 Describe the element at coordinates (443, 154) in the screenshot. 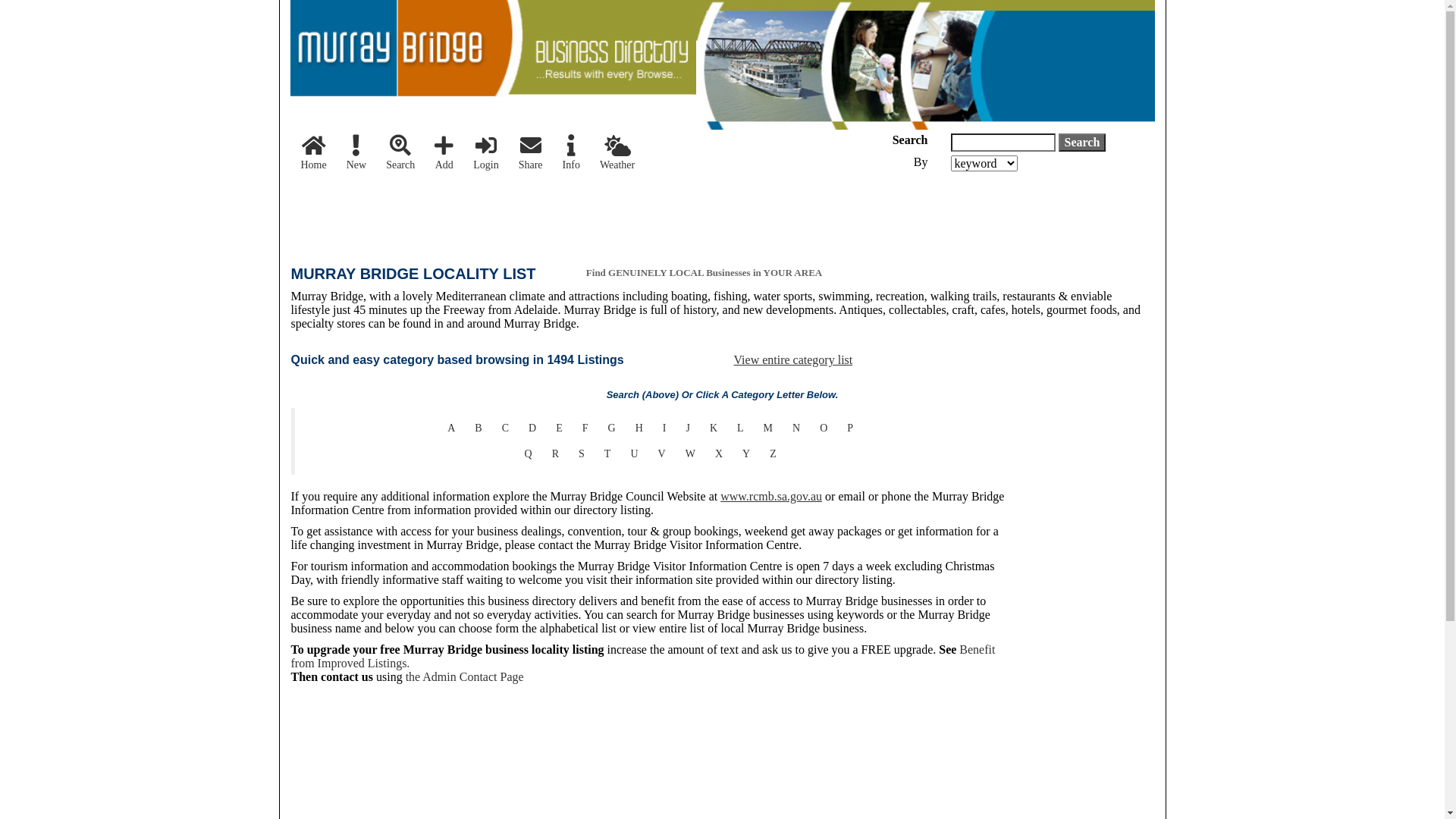

I see `'Add'` at that location.